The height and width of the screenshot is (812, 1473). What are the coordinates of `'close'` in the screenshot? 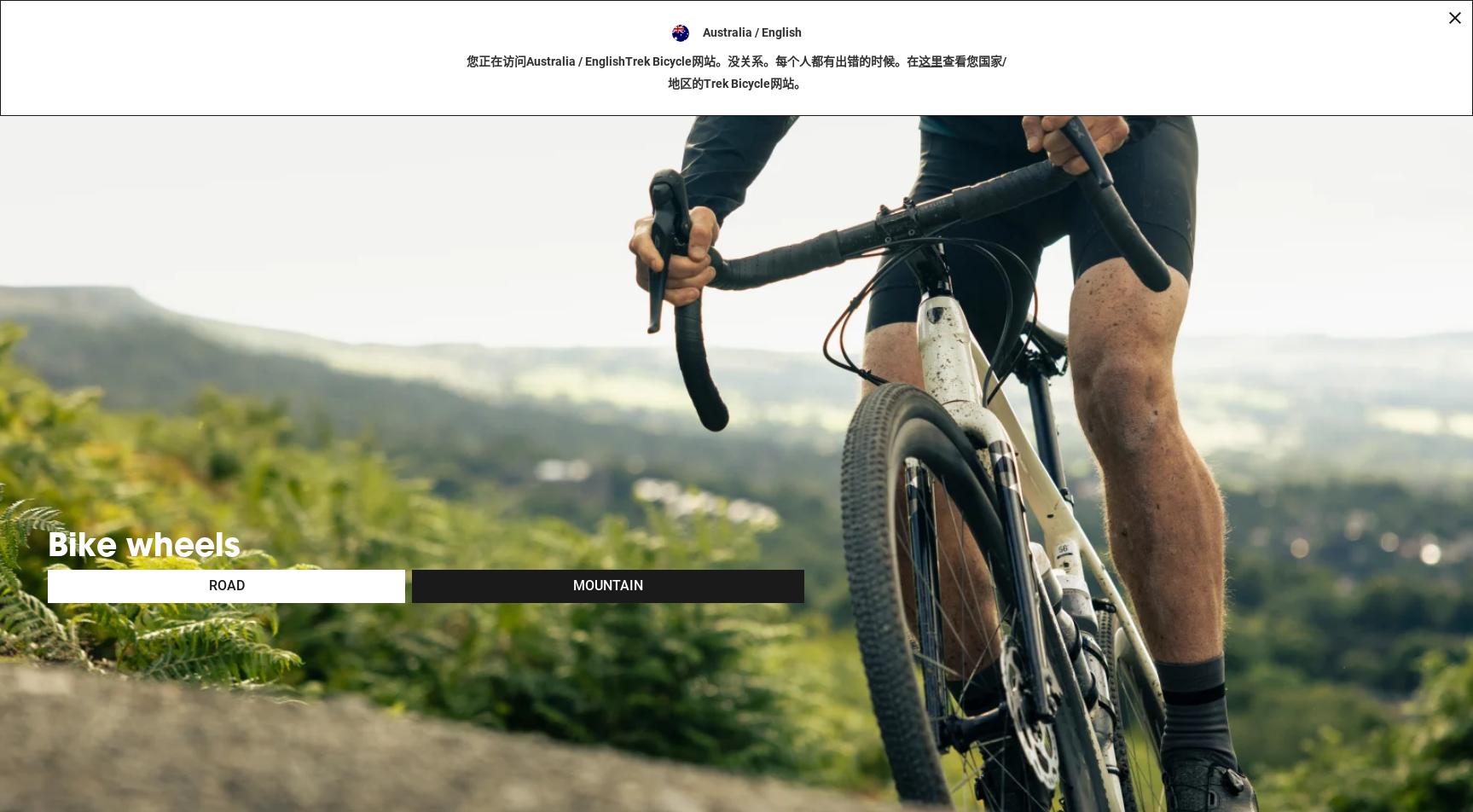 It's located at (1453, 95).